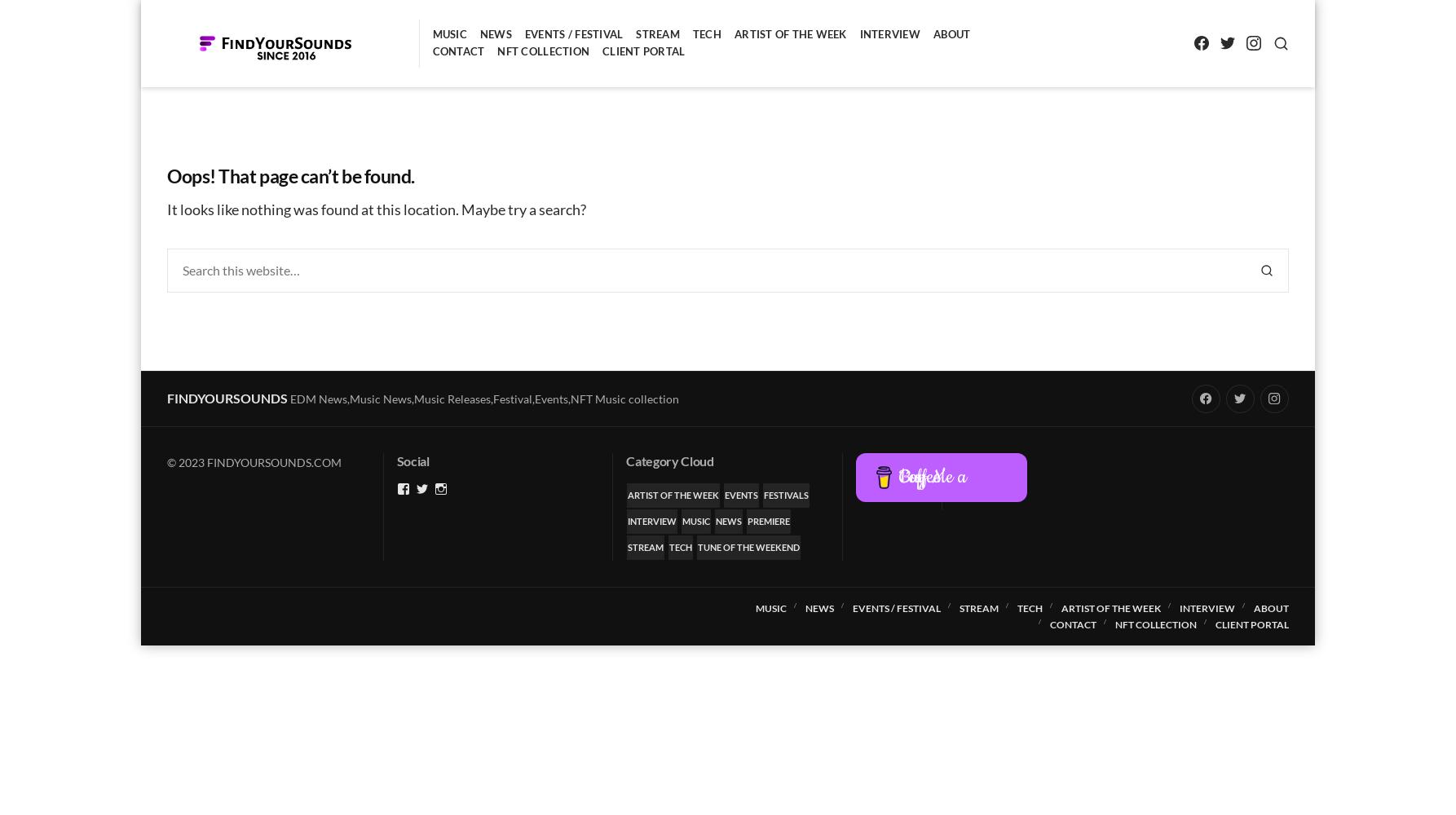 The height and width of the screenshot is (815, 1456). I want to click on 'Music', so click(695, 520).